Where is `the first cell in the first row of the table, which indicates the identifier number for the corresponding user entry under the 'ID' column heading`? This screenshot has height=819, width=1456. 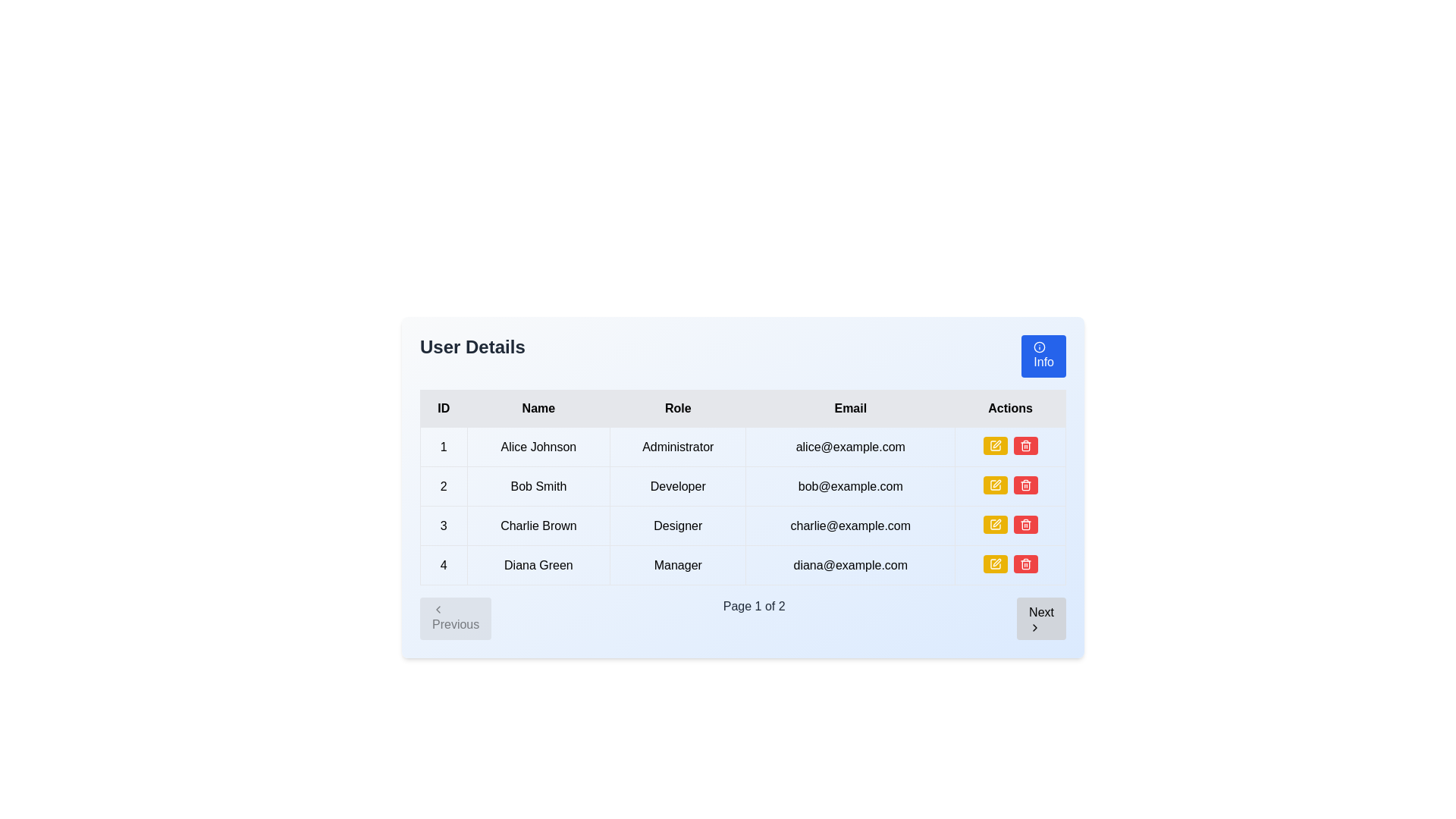 the first cell in the first row of the table, which indicates the identifier number for the corresponding user entry under the 'ID' column heading is located at coordinates (443, 446).